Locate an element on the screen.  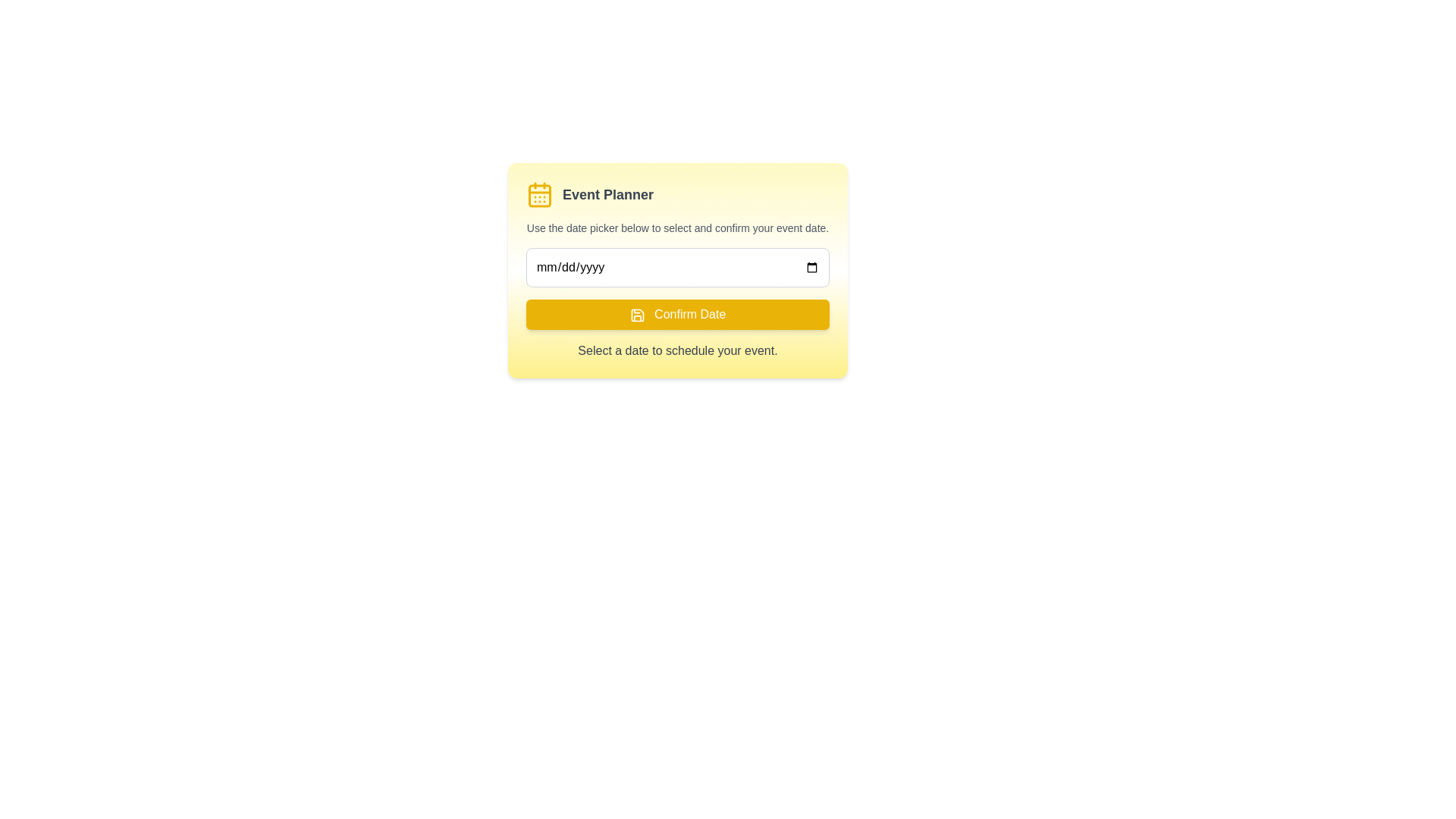
the confirmation button for the date selection within the 'Event Planner' card is located at coordinates (676, 314).